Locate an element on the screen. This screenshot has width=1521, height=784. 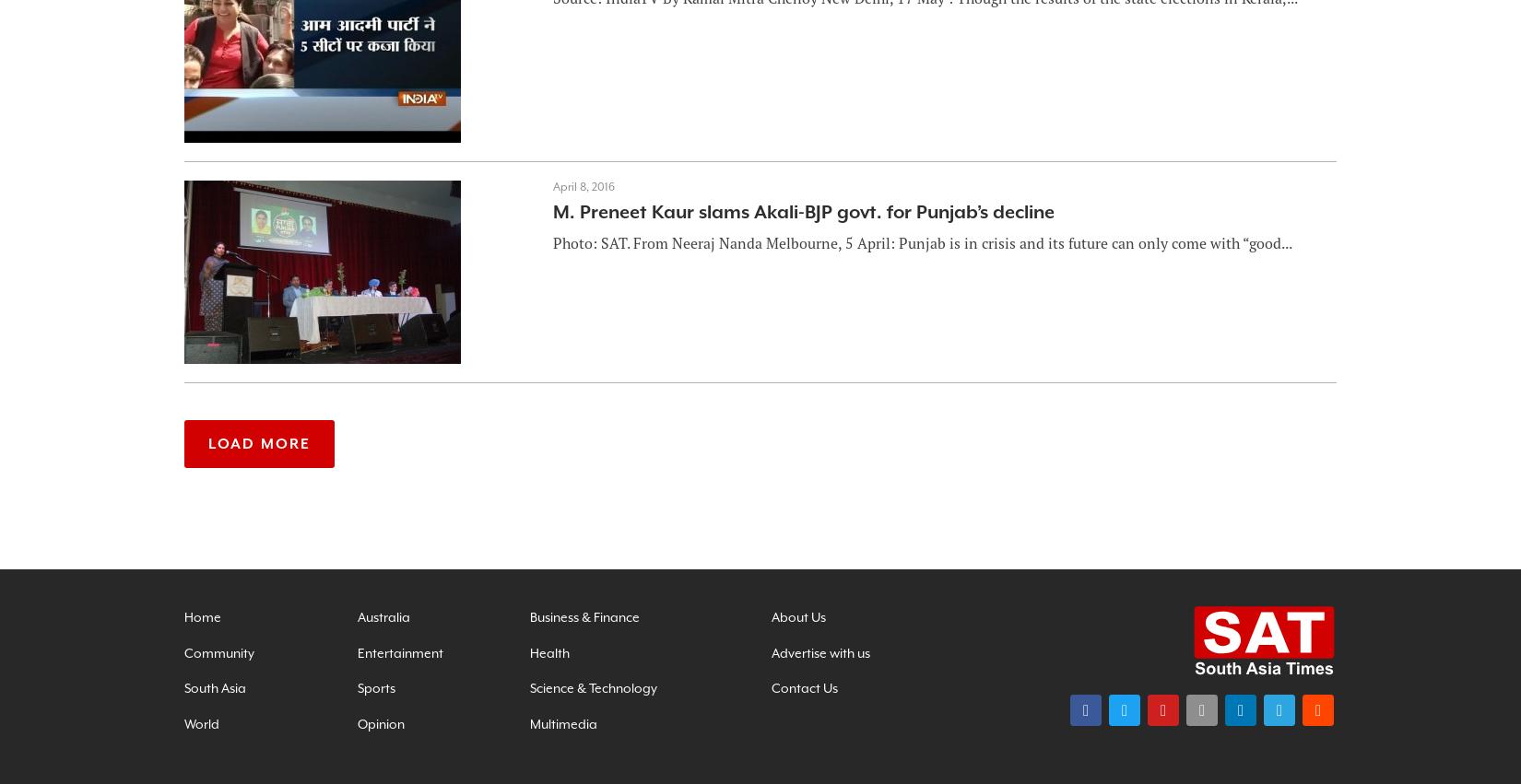
'World' is located at coordinates (201, 721).